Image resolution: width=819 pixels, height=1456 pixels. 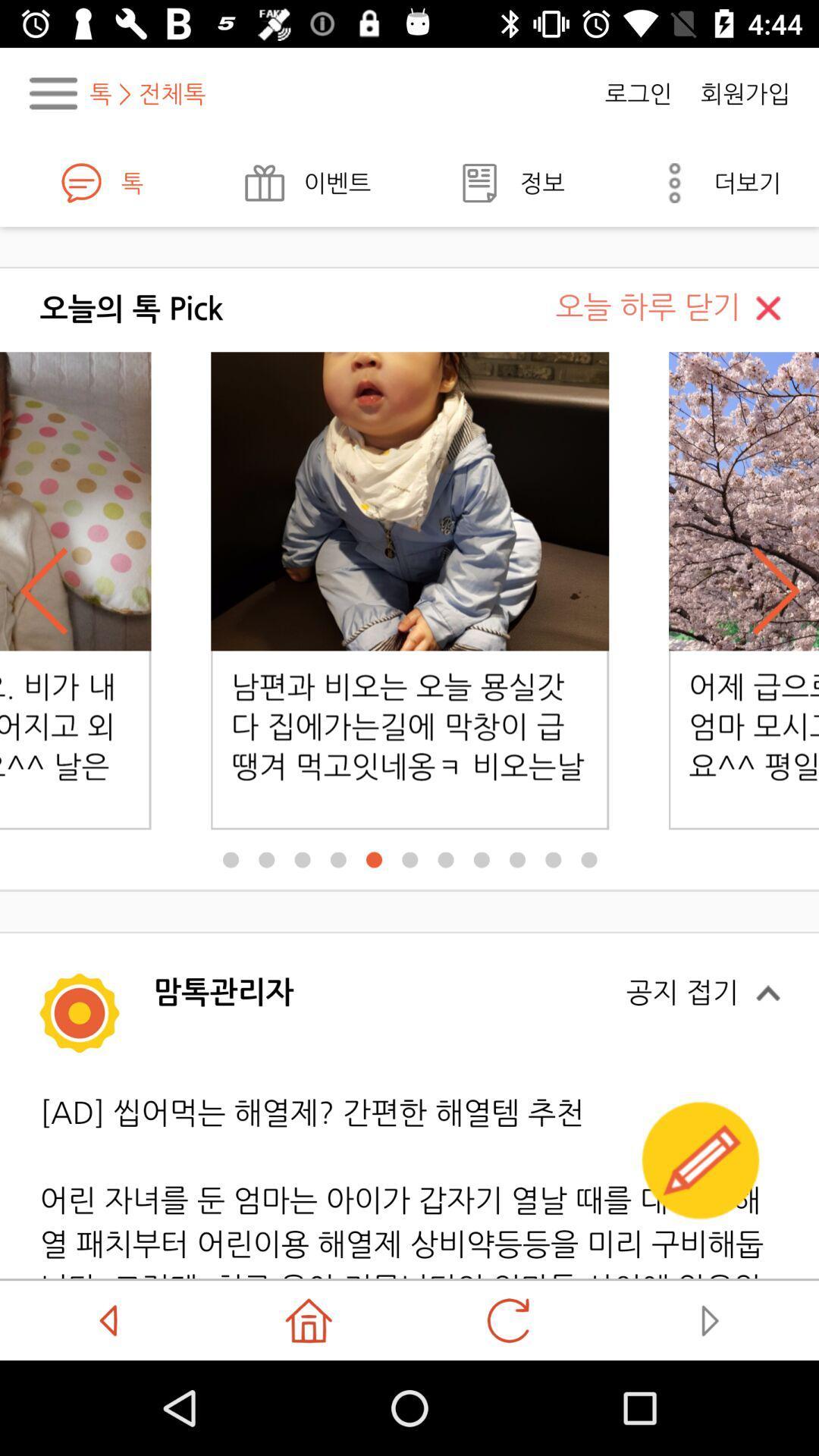 I want to click on the refresh icon, so click(x=509, y=1319).